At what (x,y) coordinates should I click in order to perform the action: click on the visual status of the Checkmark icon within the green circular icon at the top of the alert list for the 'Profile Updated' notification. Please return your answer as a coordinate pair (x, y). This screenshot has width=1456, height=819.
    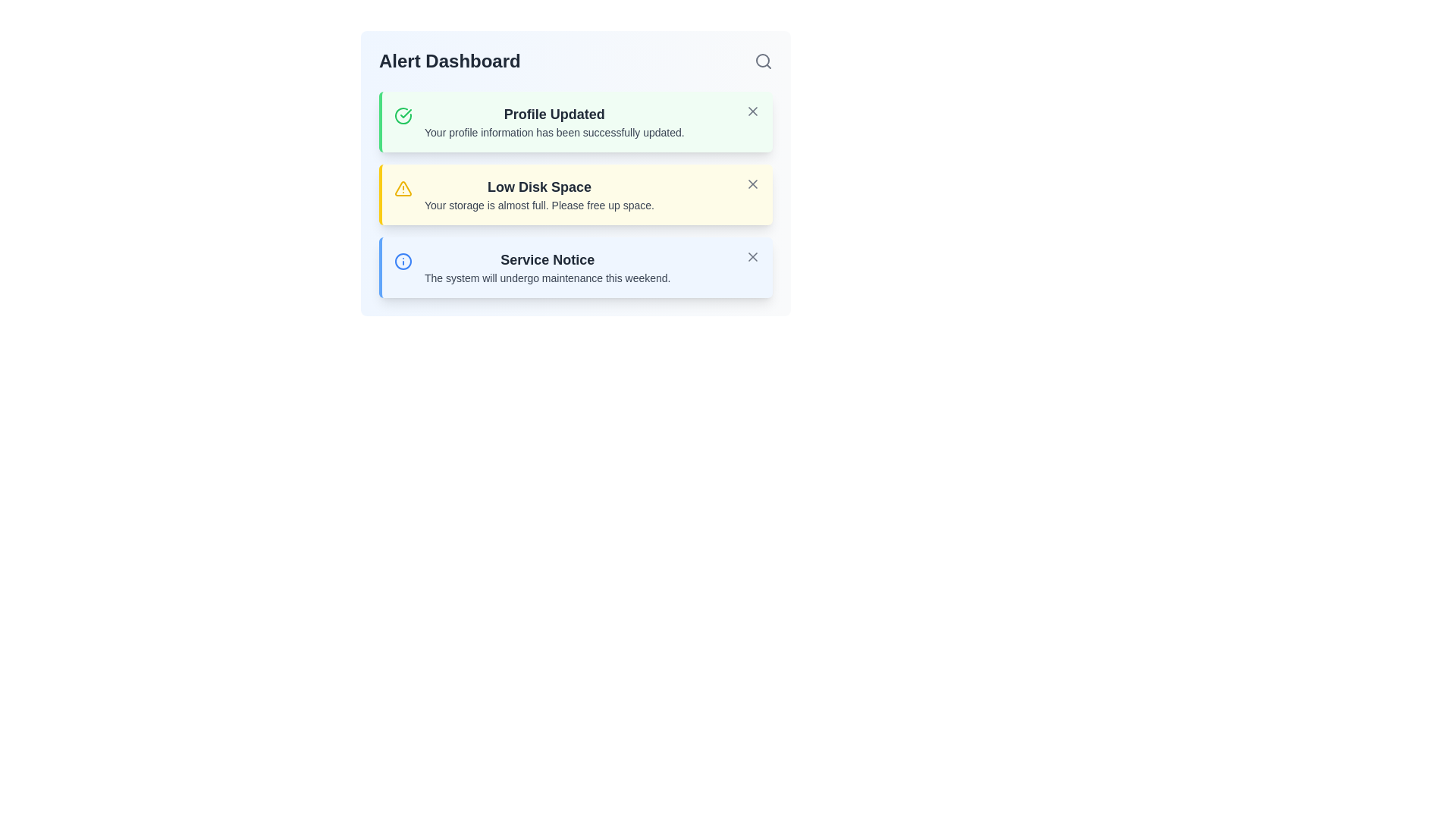
    Looking at the image, I should click on (406, 113).